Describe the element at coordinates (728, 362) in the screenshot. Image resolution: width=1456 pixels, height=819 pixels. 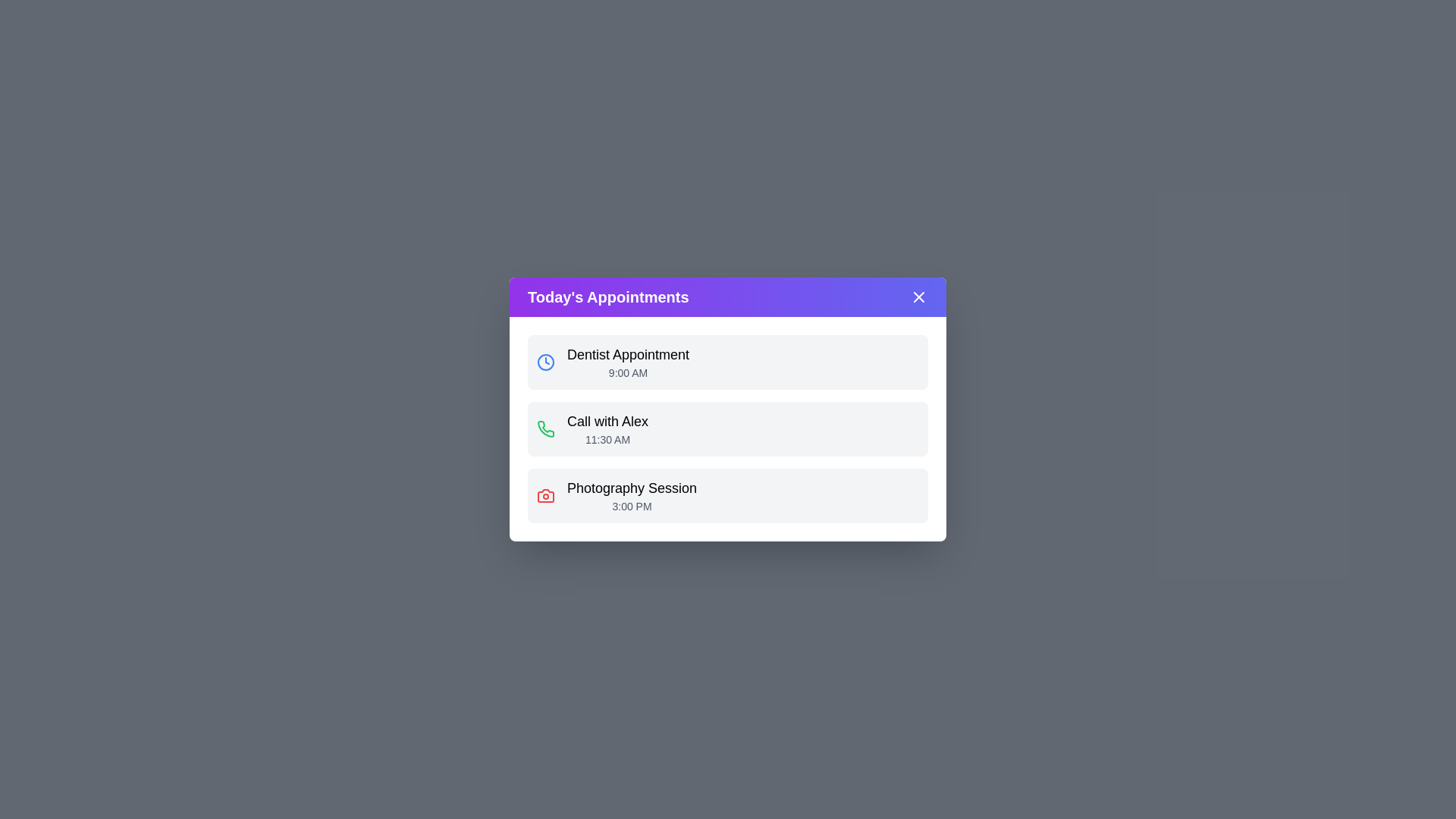
I see `the appointment item corresponding to Dentist Appointment` at that location.